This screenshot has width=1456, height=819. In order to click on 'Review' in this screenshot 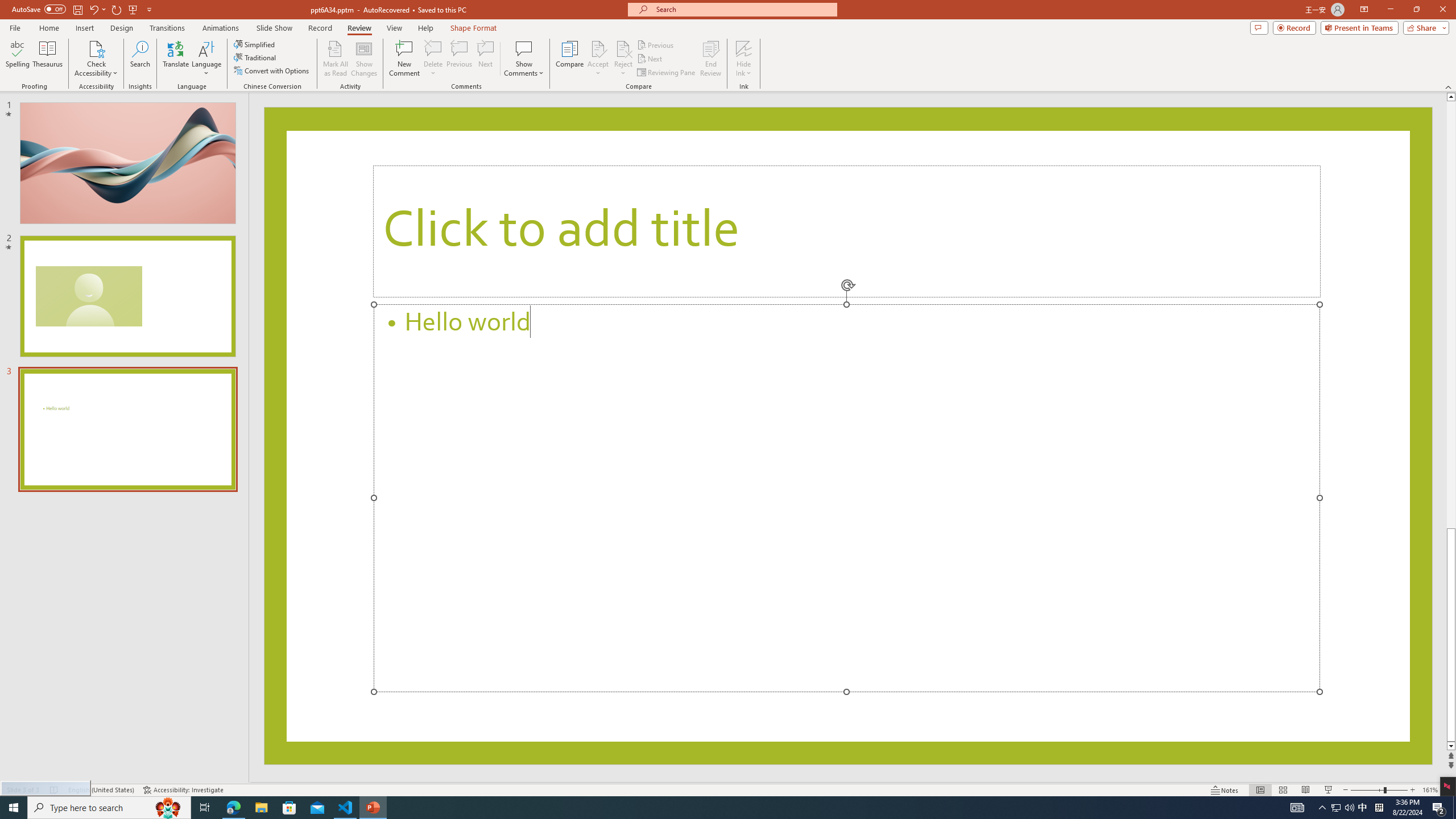, I will do `click(359, 28)`.